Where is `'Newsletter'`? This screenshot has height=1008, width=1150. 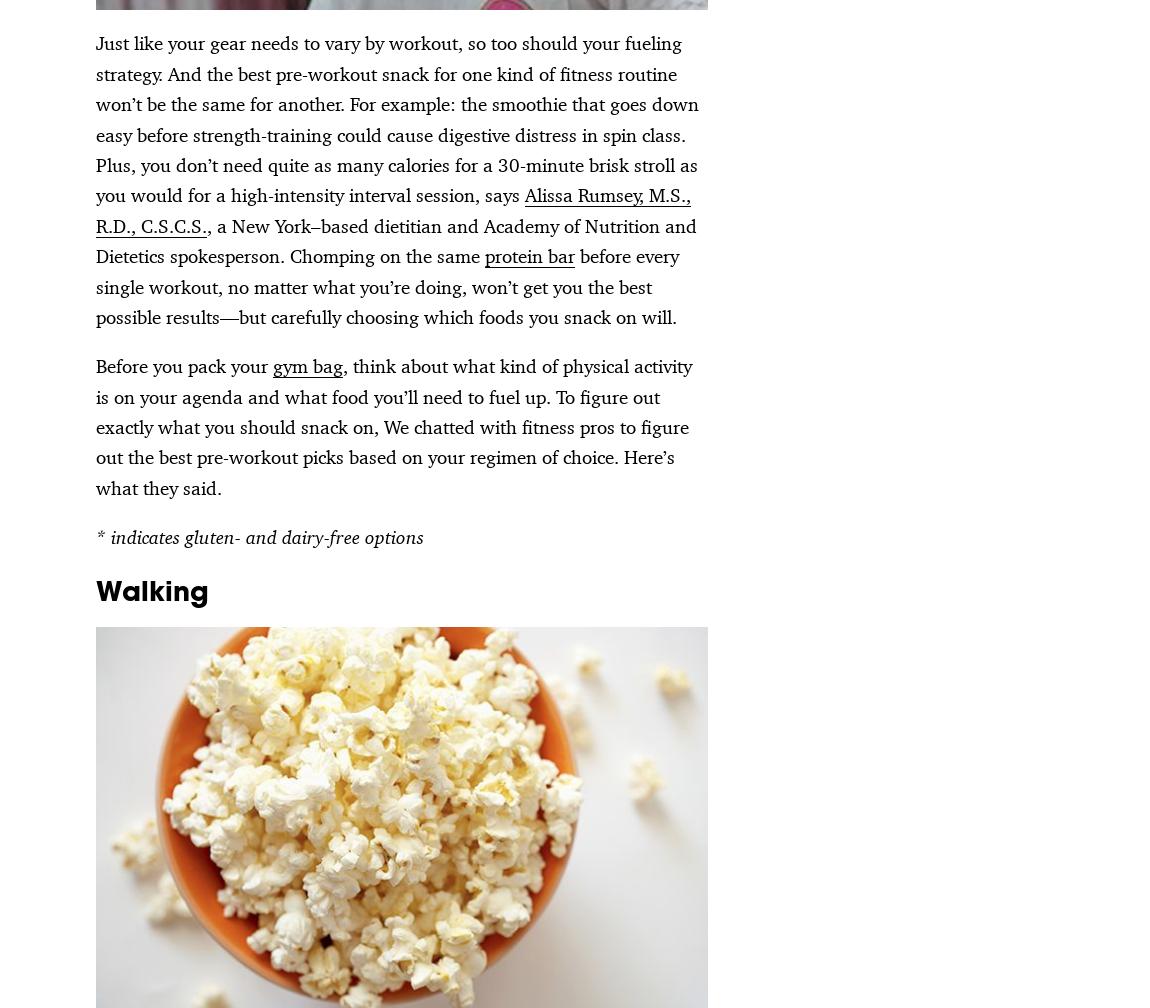 'Newsletter' is located at coordinates (339, 805).